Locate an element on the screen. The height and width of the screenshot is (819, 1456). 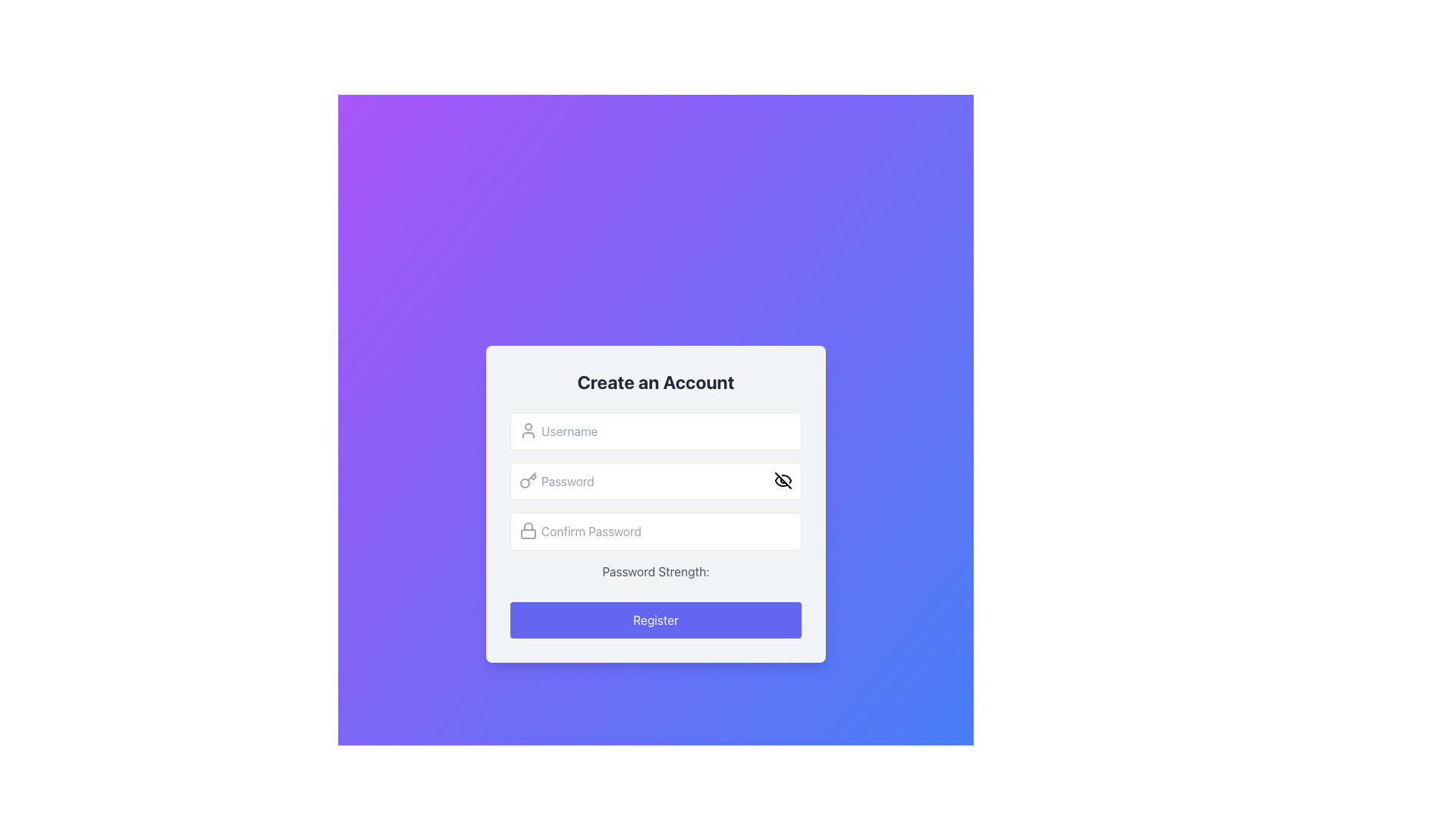
the decorative icon indicating the password input field, located on the left side of the password input area is located at coordinates (528, 480).